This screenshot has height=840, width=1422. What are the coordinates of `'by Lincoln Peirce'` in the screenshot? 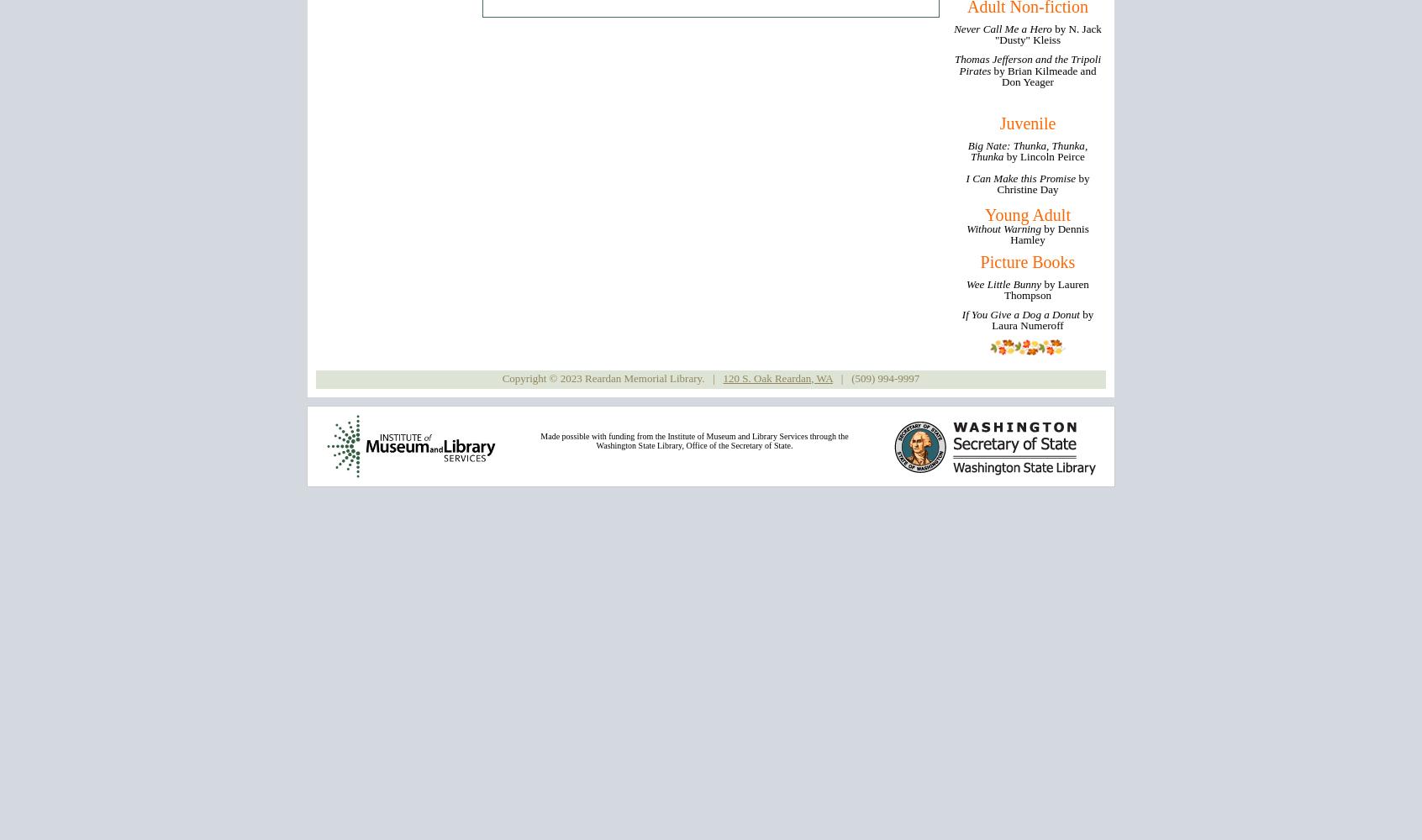 It's located at (1045, 156).